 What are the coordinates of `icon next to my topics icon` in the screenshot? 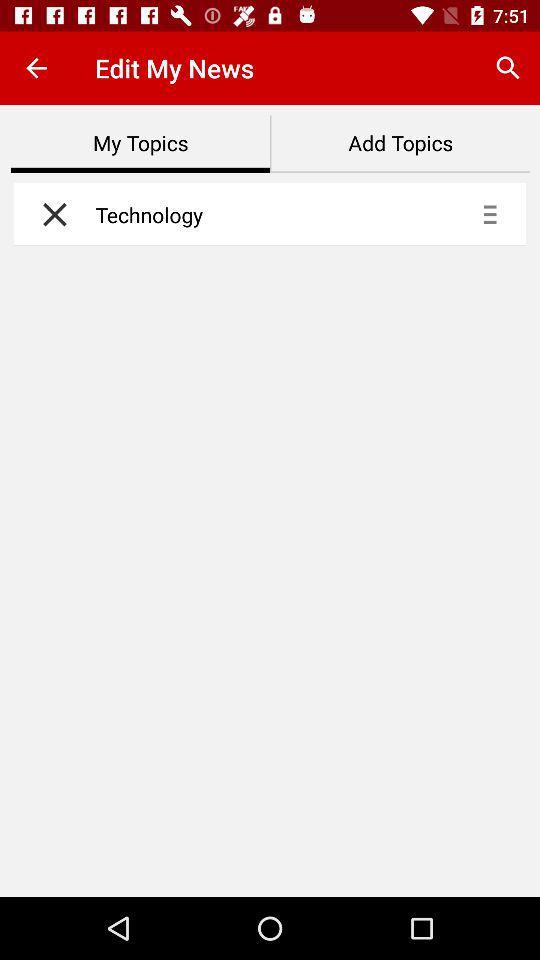 It's located at (400, 143).